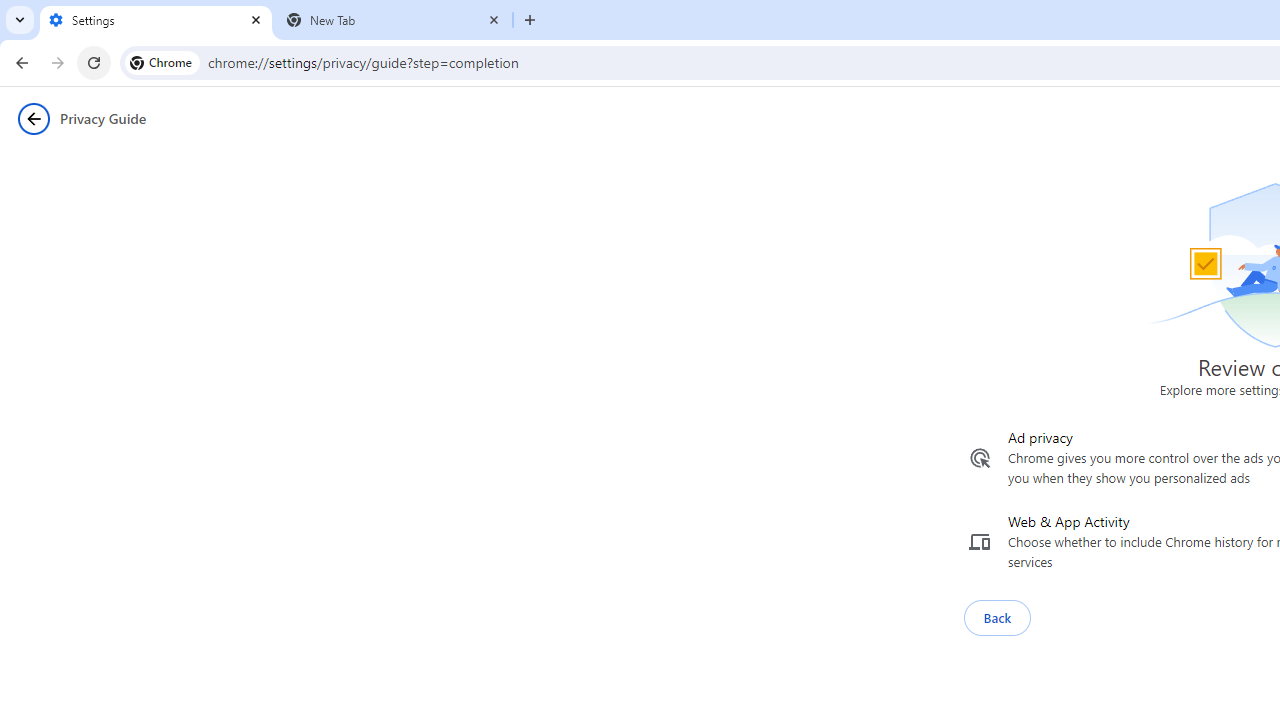 This screenshot has height=720, width=1280. What do you see at coordinates (394, 20) in the screenshot?
I see `'New Tab'` at bounding box center [394, 20].